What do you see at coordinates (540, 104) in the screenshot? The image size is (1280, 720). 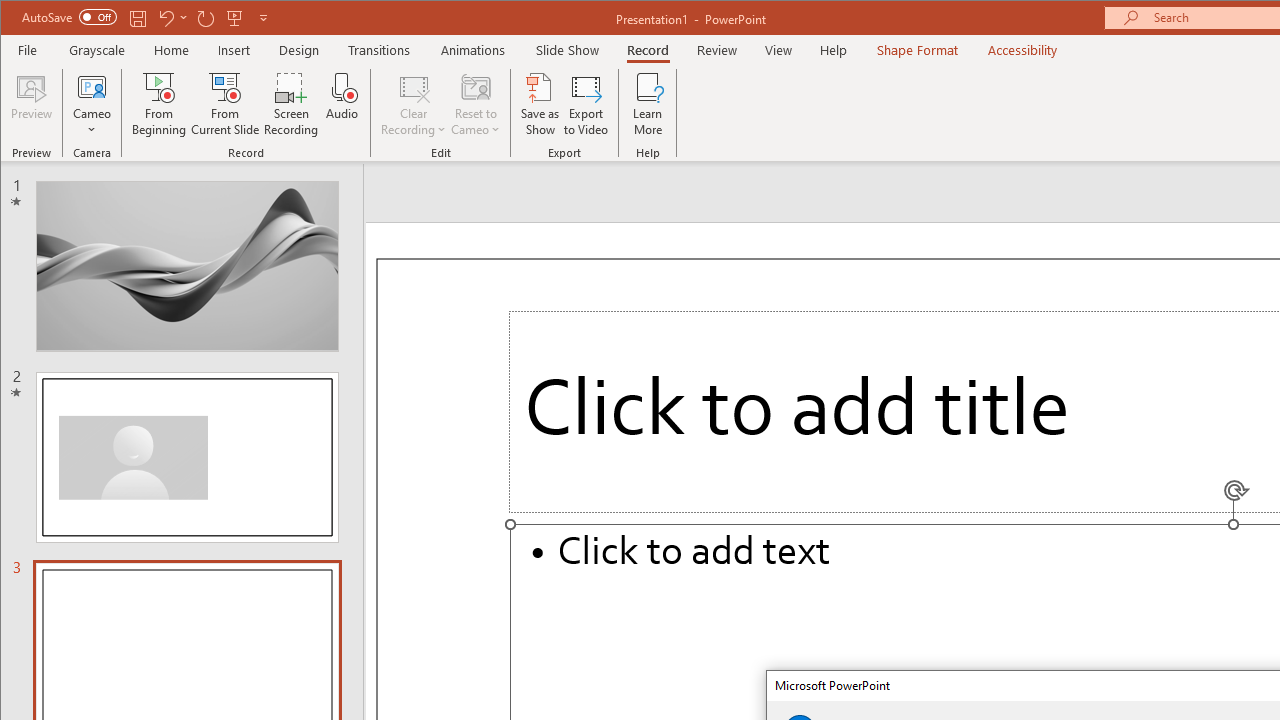 I see `'Save as Show'` at bounding box center [540, 104].